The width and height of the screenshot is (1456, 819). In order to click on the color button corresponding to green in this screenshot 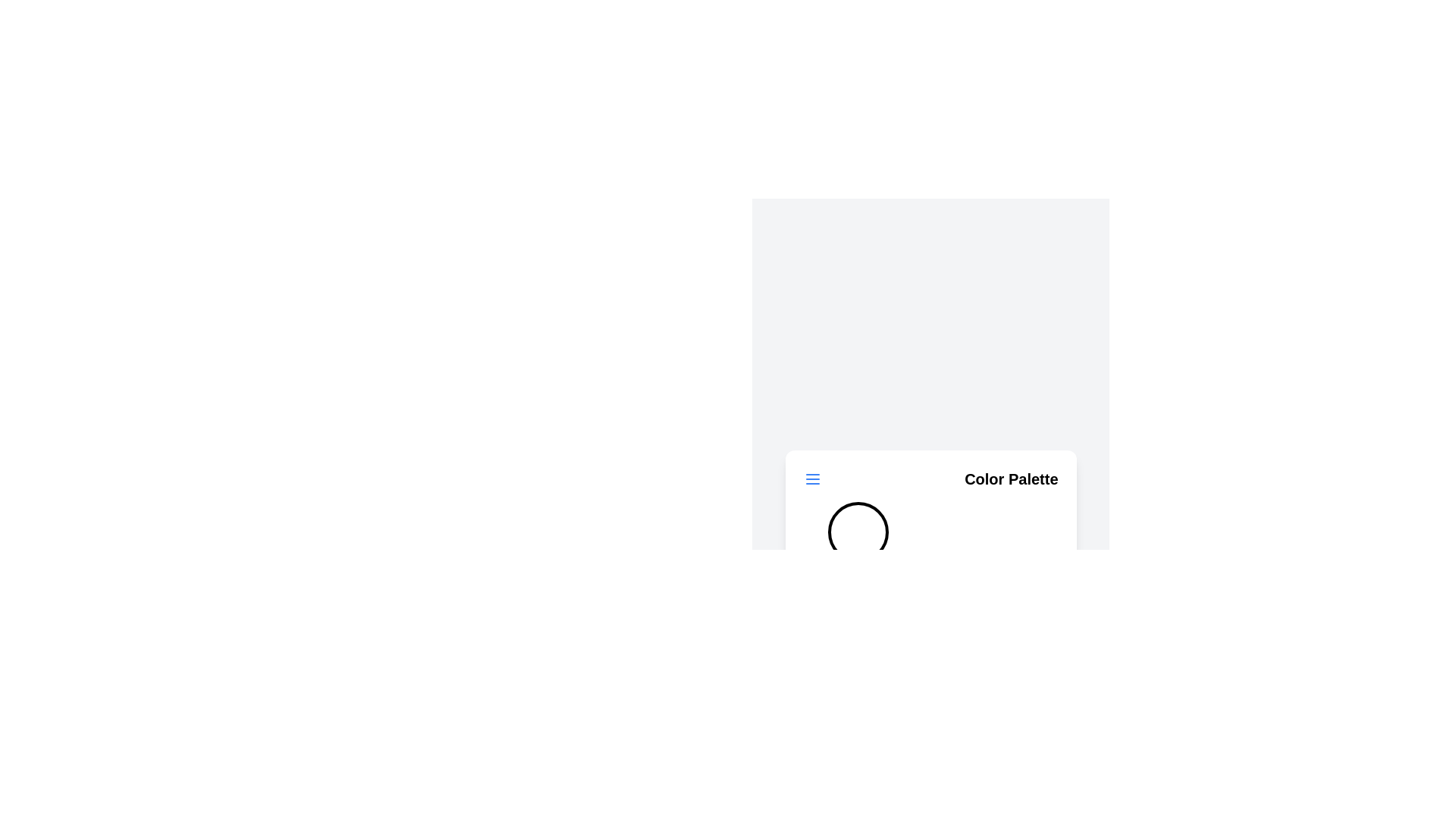, I will do `click(930, 532)`.